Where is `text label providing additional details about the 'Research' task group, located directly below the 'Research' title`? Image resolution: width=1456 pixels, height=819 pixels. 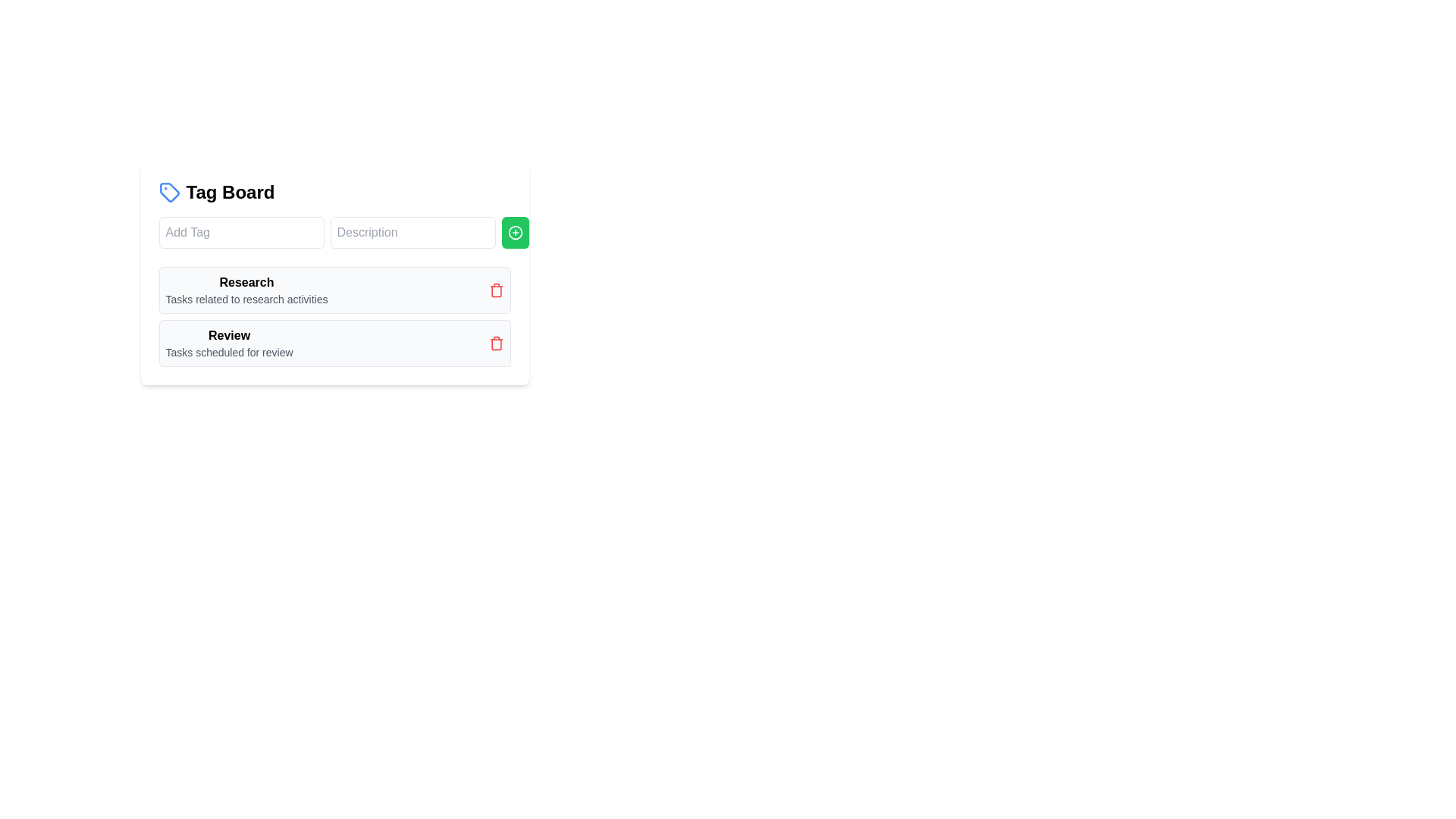
text label providing additional details about the 'Research' task group, located directly below the 'Research' title is located at coordinates (246, 299).